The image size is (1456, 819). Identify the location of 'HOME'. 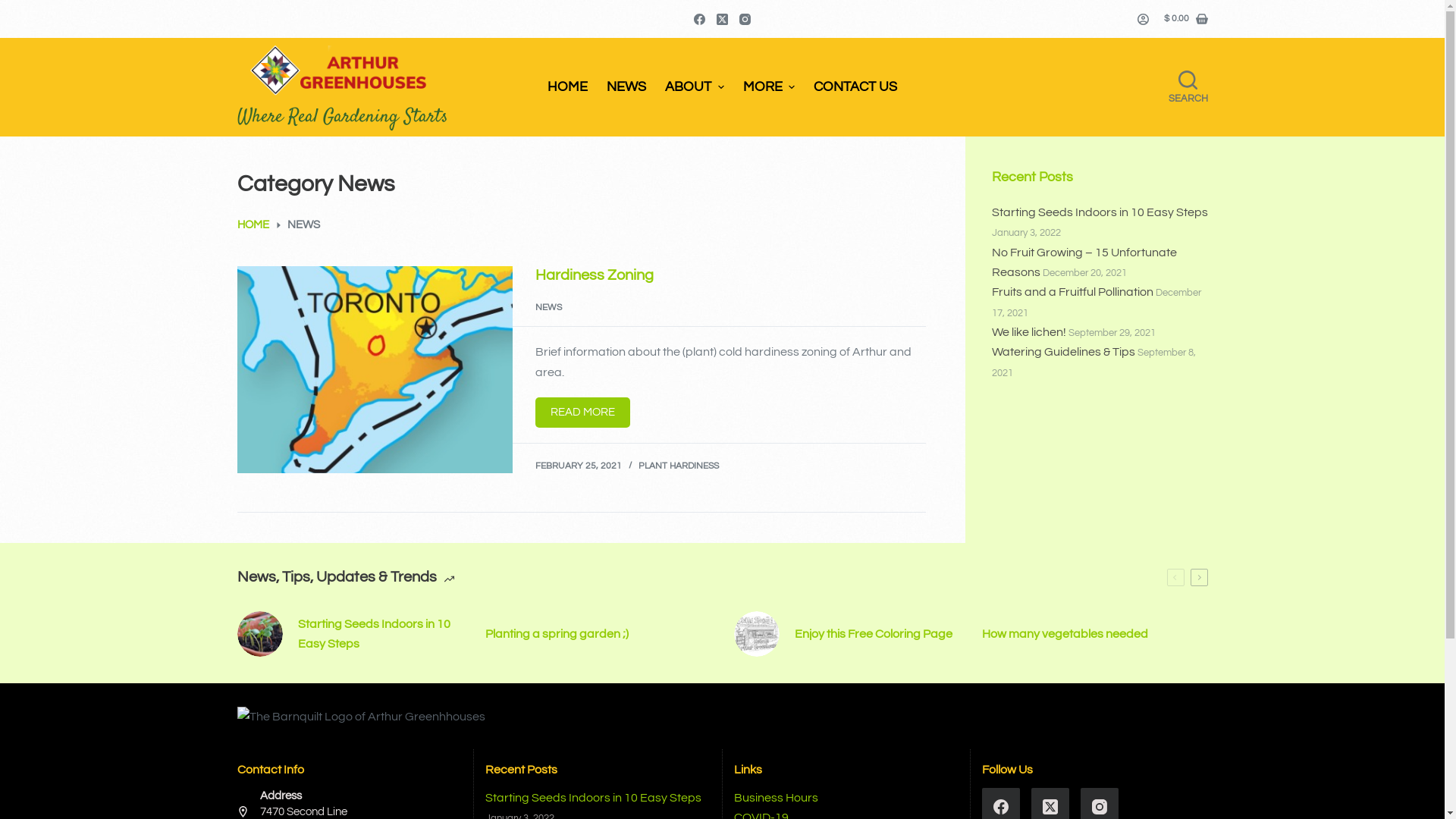
(236, 225).